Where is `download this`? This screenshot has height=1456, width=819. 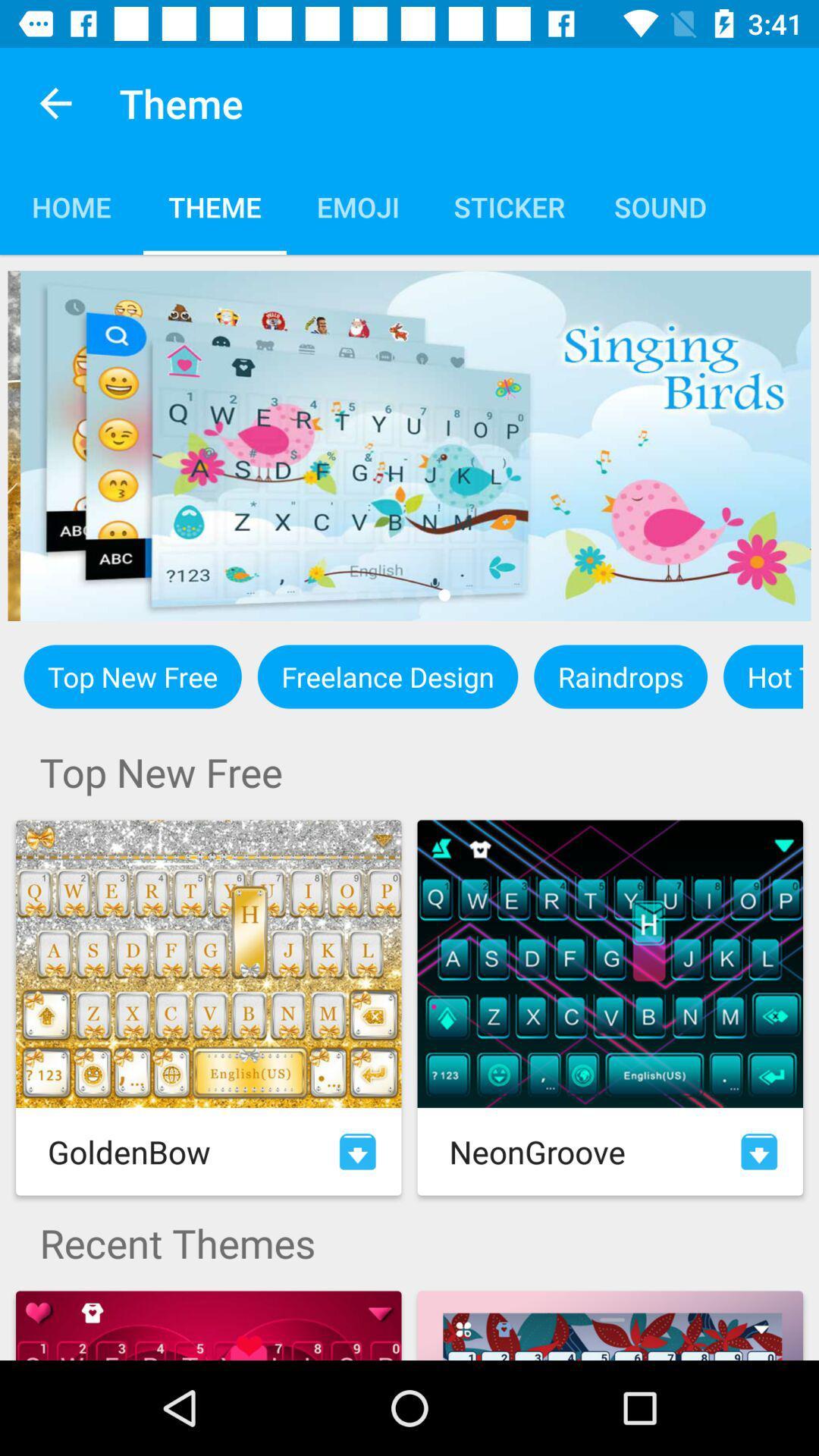
download this is located at coordinates (357, 1151).